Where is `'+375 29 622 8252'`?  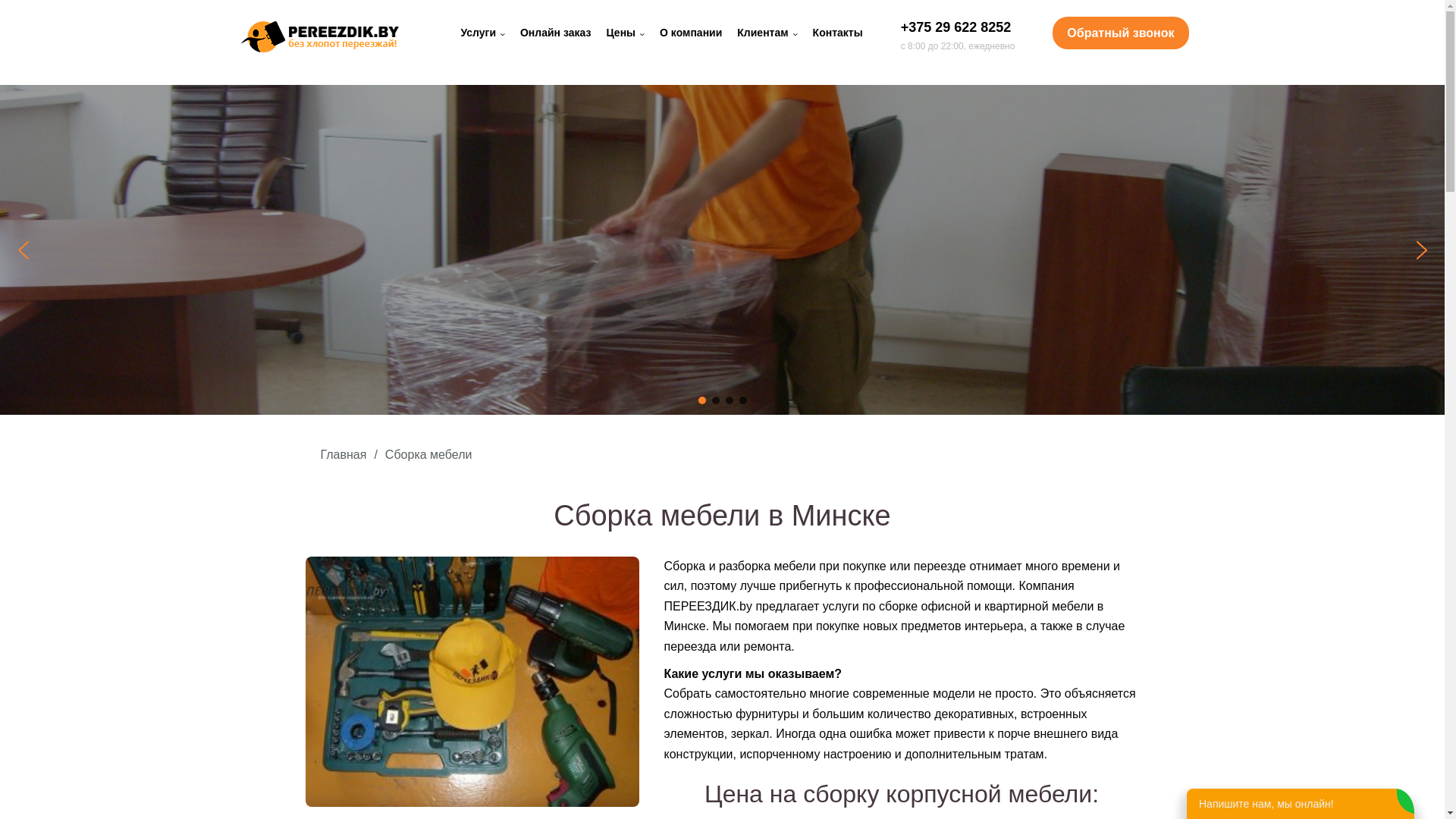
'+375 29 622 8252' is located at coordinates (955, 27).